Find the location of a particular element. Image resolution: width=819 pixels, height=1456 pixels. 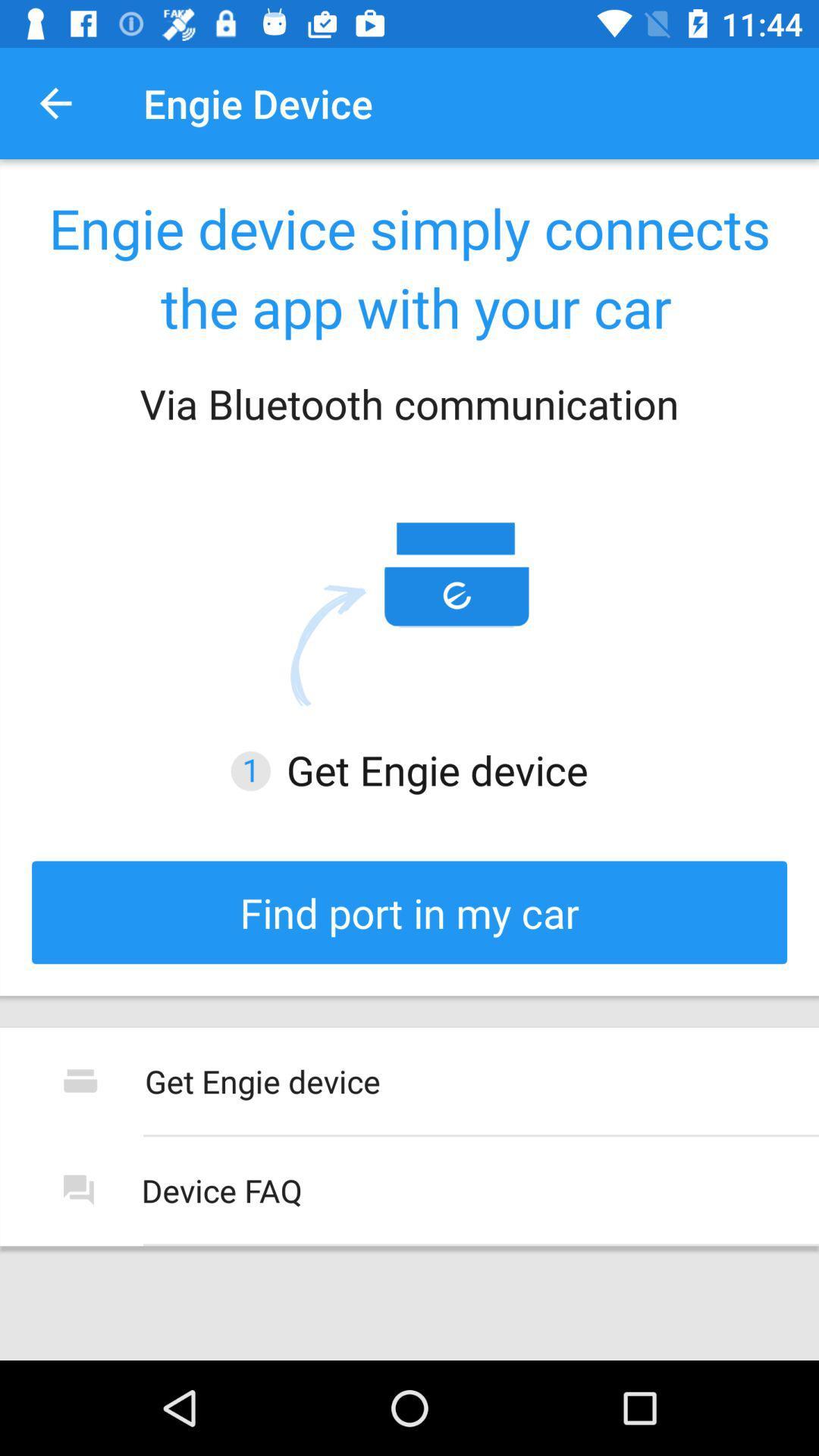

the item to the left of the engie device item is located at coordinates (55, 102).